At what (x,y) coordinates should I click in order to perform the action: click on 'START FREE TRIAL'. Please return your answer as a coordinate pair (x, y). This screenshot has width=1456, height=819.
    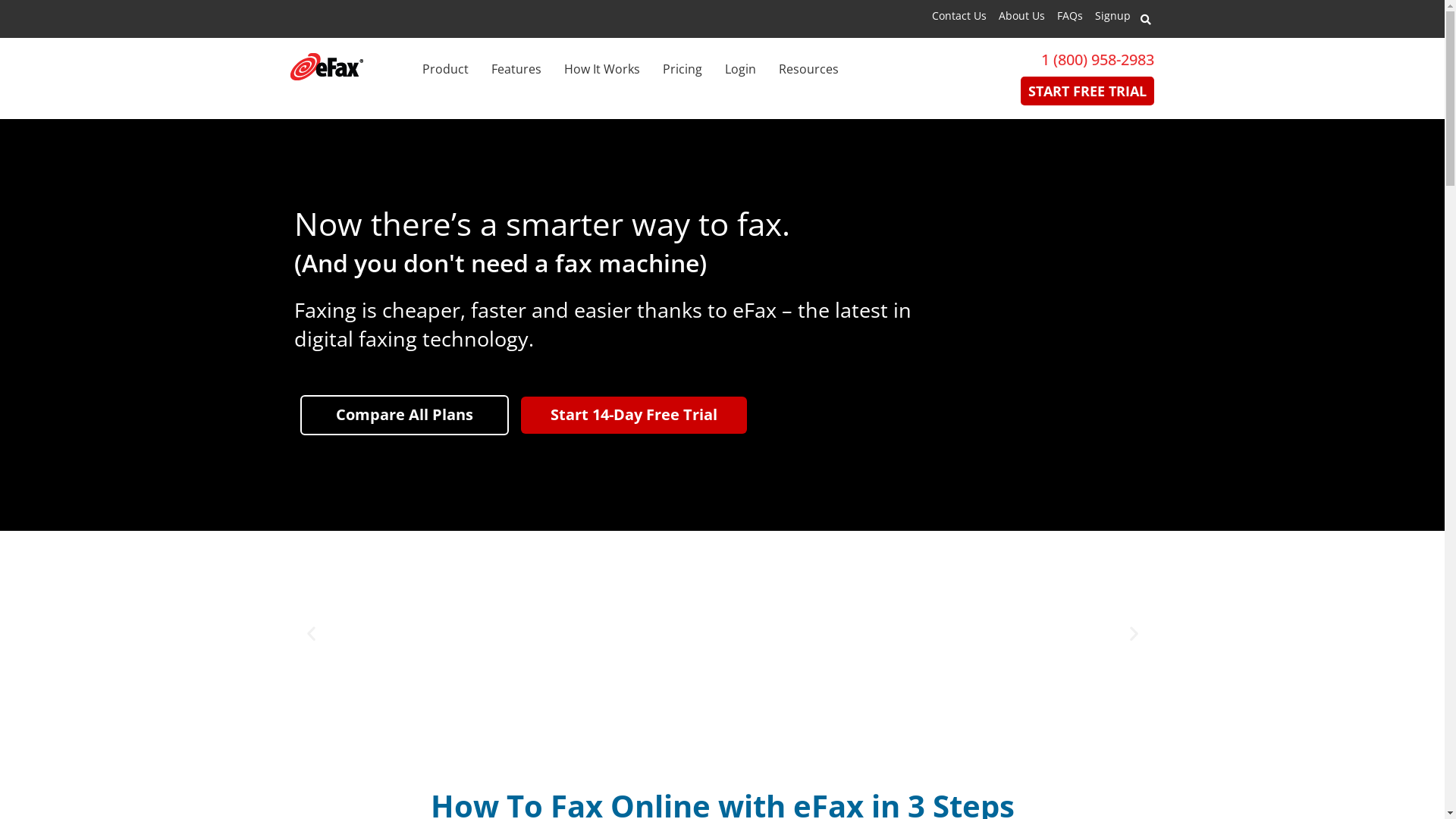
    Looking at the image, I should click on (1087, 90).